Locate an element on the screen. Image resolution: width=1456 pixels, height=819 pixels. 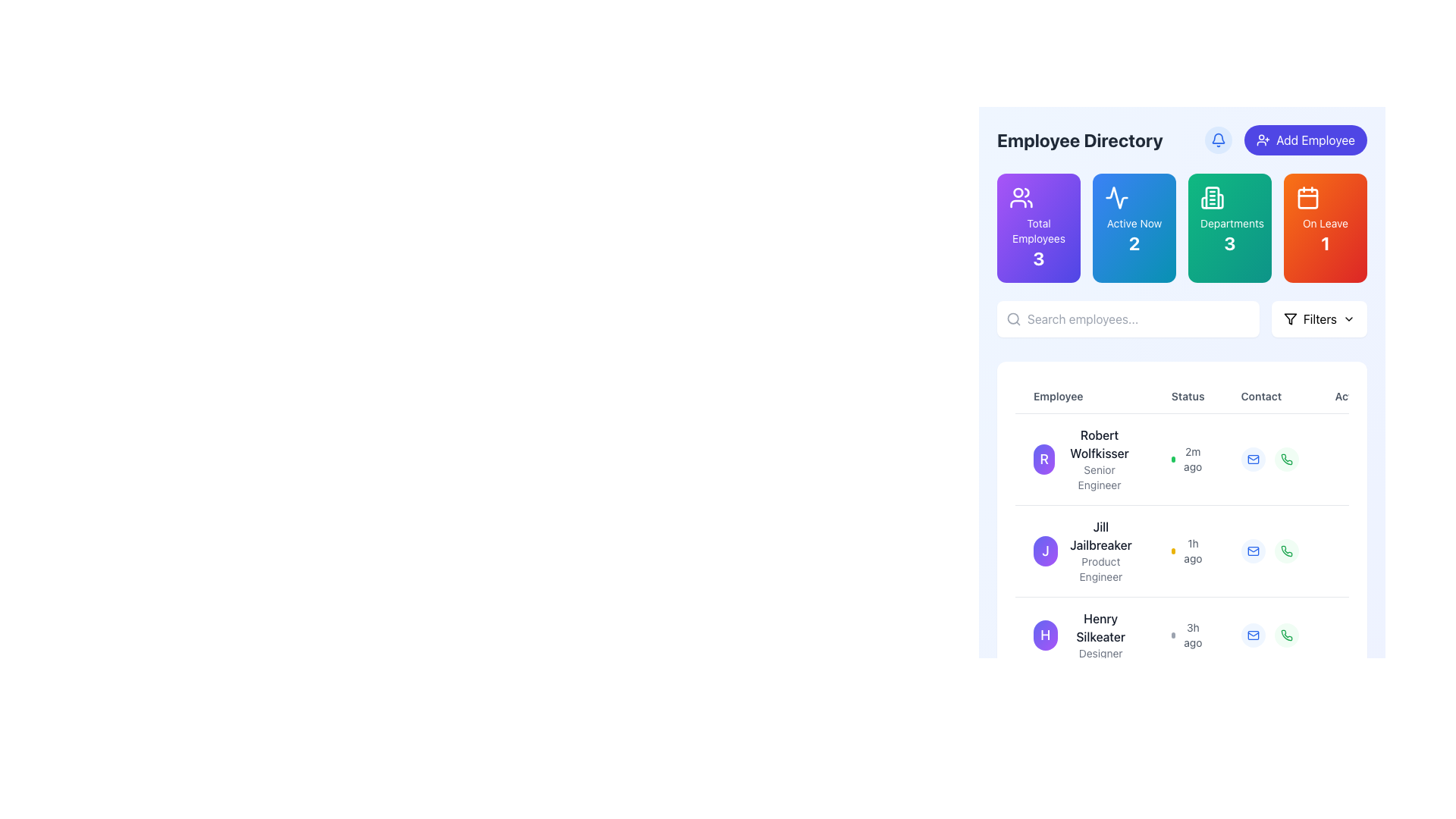
the text displaying the total number of departments, located centrally within the green card labeled 'Departments' in the third card from the left is located at coordinates (1230, 242).